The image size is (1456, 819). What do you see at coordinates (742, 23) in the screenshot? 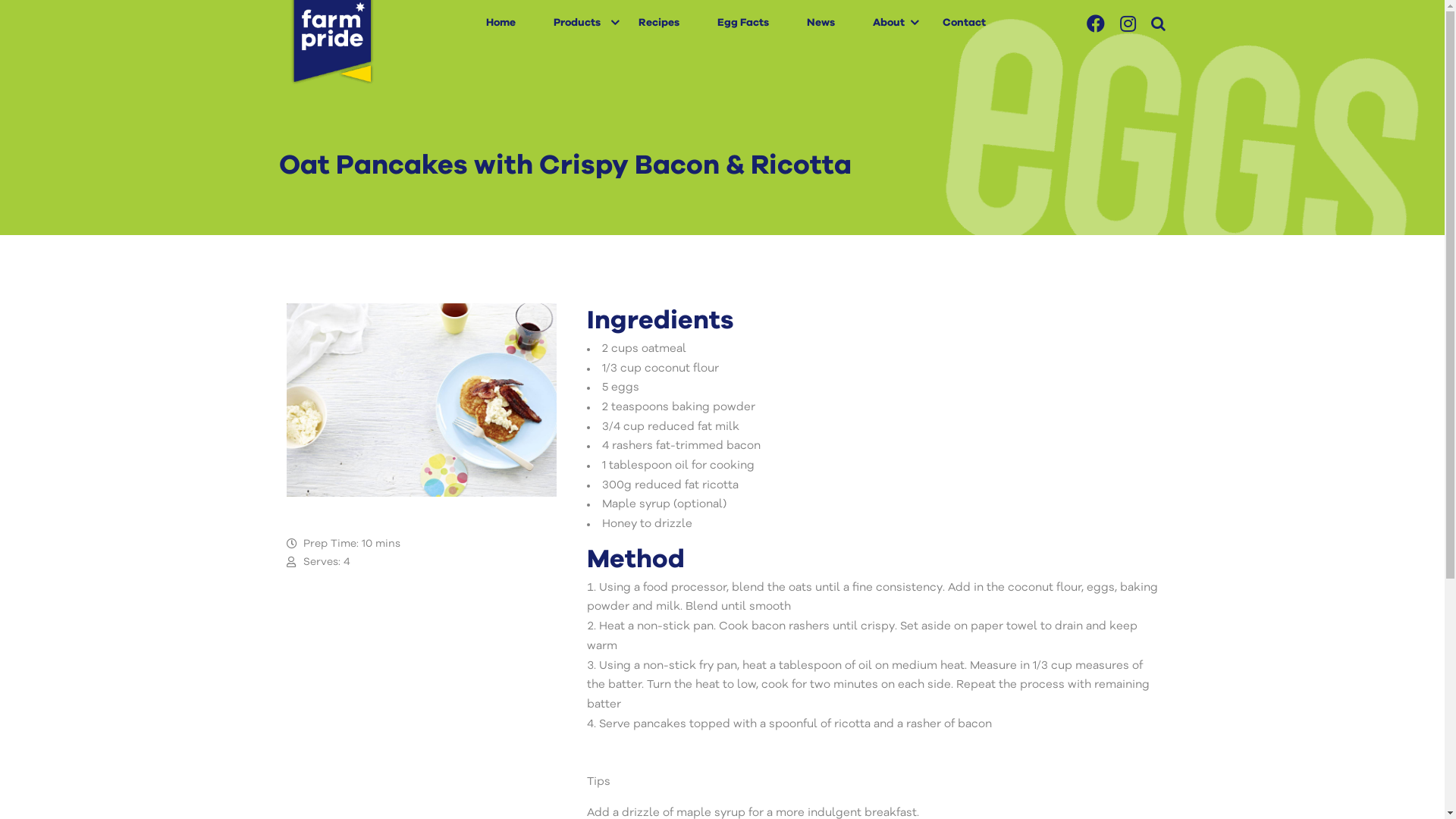
I see `'Egg Facts'` at bounding box center [742, 23].